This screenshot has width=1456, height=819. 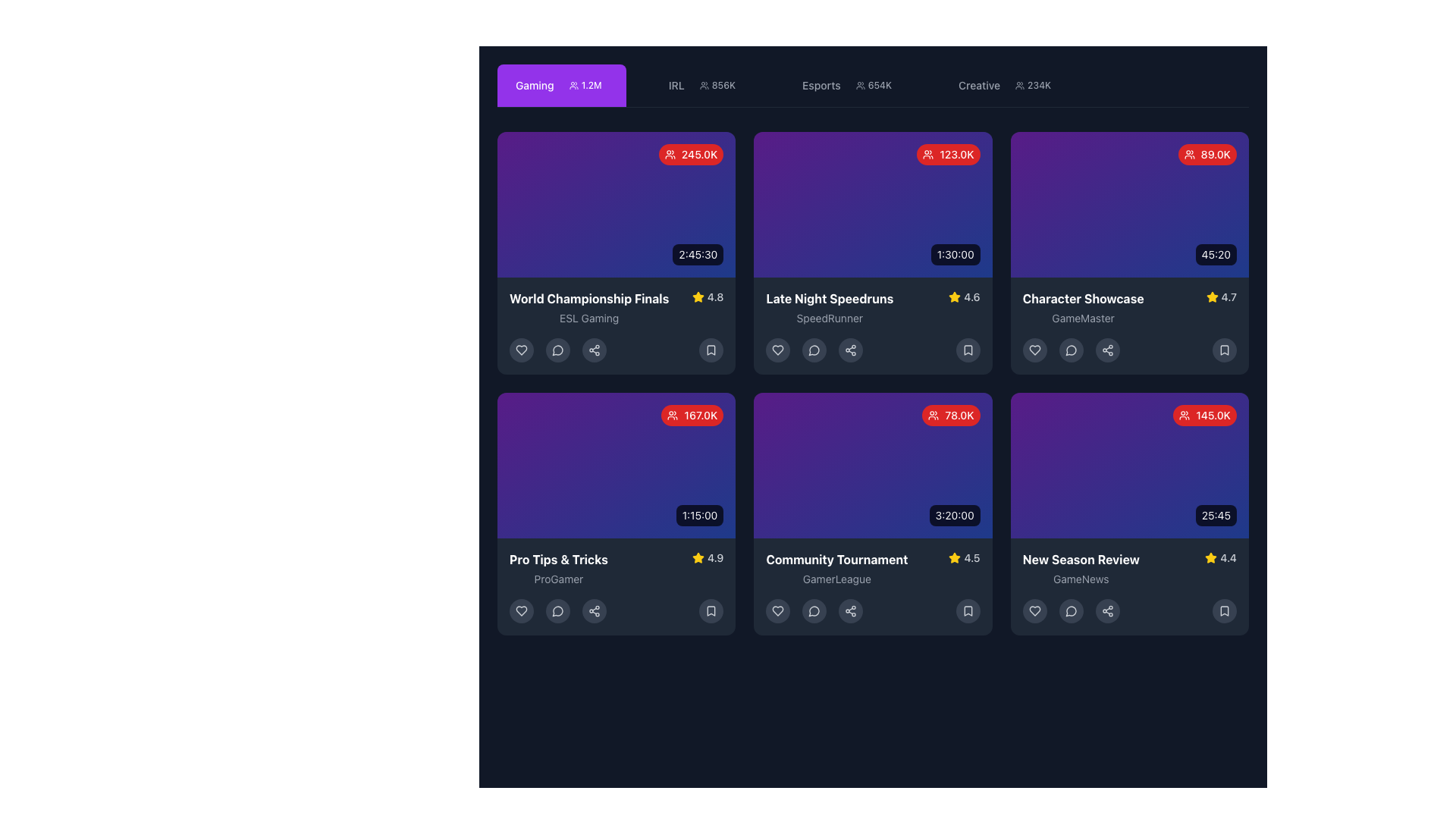 I want to click on the count value displayed on the label indicating the number of viewers or participants for the 'World Championship Finals' card, located at the top-right corner of the card, so click(x=690, y=155).